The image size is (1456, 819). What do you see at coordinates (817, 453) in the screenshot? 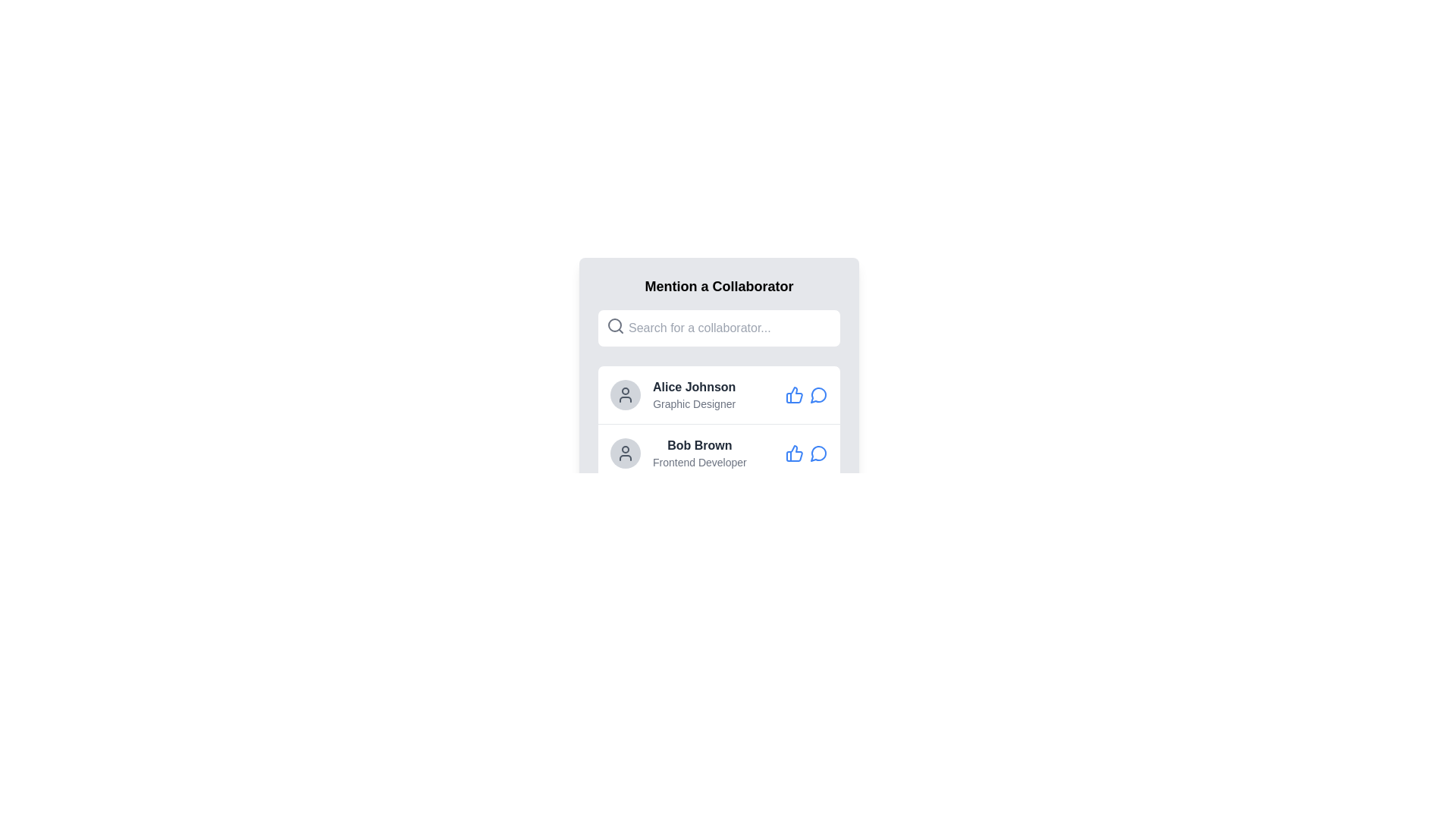
I see `the circular speech bubble icon located in the bottom-right area of the second collaborator entry` at bounding box center [817, 453].